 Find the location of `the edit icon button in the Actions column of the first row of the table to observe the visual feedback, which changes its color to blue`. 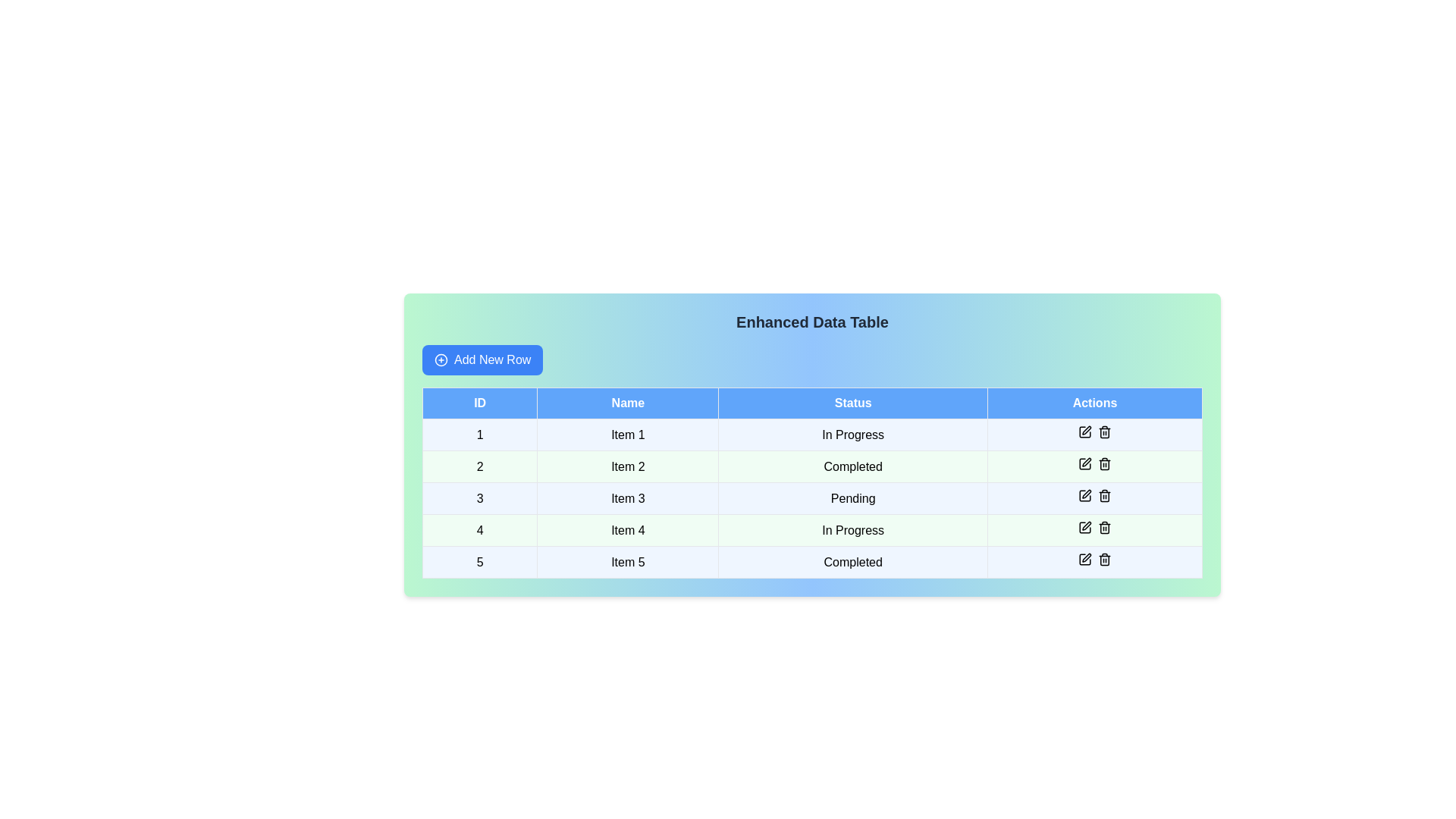

the edit icon button in the Actions column of the first row of the table to observe the visual feedback, which changes its color to blue is located at coordinates (1084, 432).